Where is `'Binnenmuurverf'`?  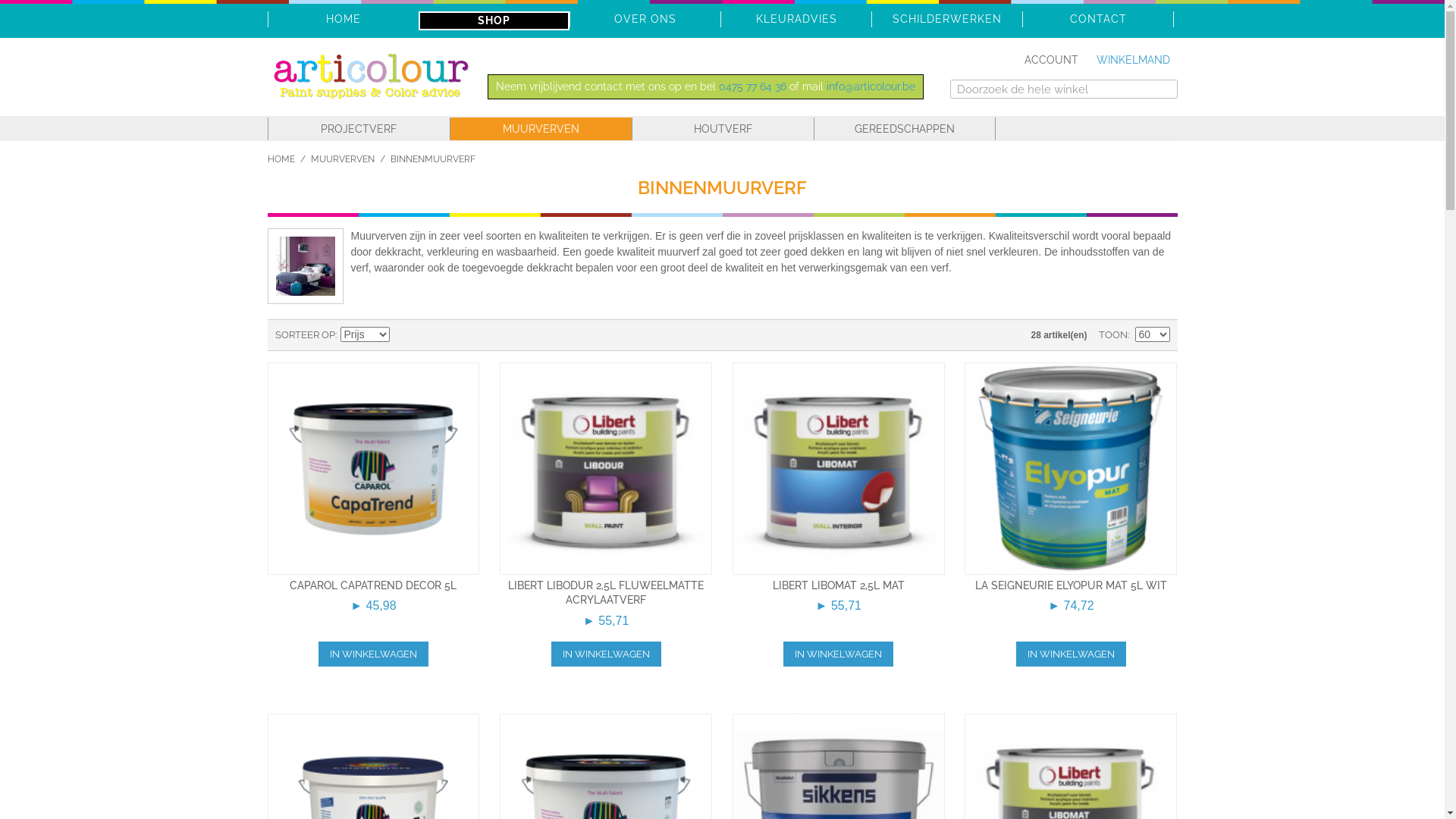 'Binnenmuurverf' is located at coordinates (305, 265).